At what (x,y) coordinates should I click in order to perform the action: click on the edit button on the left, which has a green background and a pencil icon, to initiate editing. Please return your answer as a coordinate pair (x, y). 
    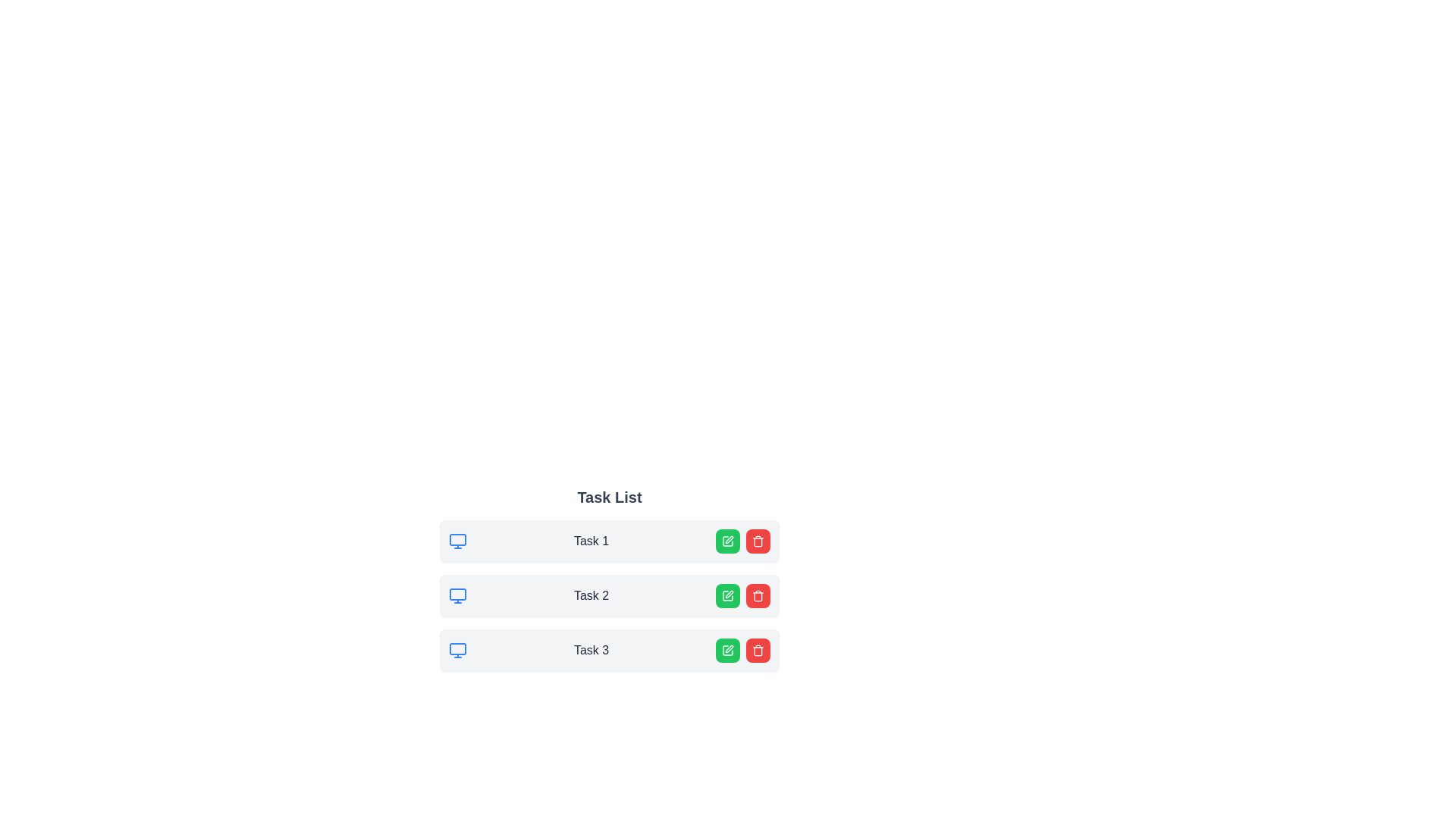
    Looking at the image, I should click on (742, 540).